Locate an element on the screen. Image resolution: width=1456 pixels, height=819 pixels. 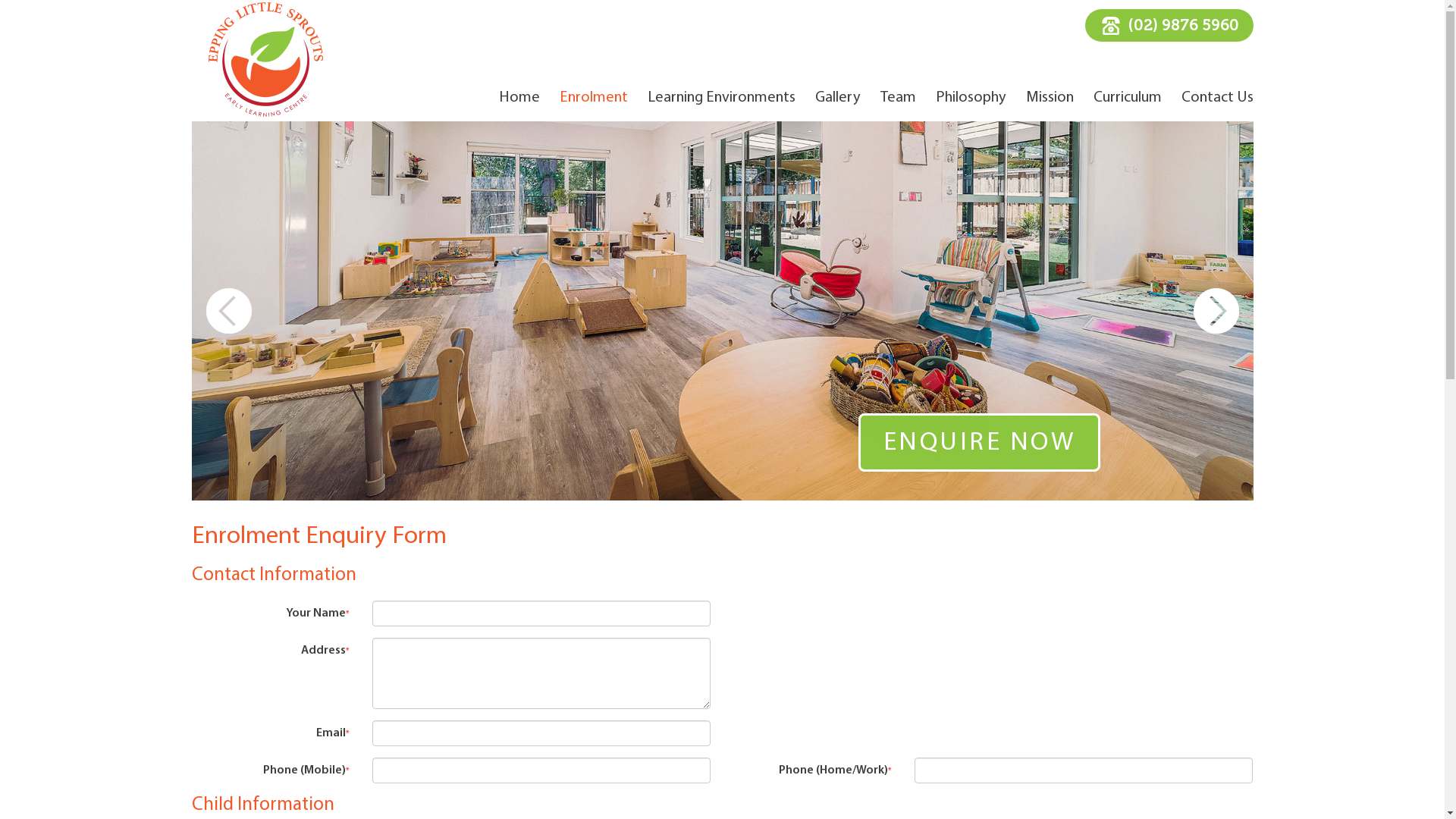
'Home' is located at coordinates (519, 98).